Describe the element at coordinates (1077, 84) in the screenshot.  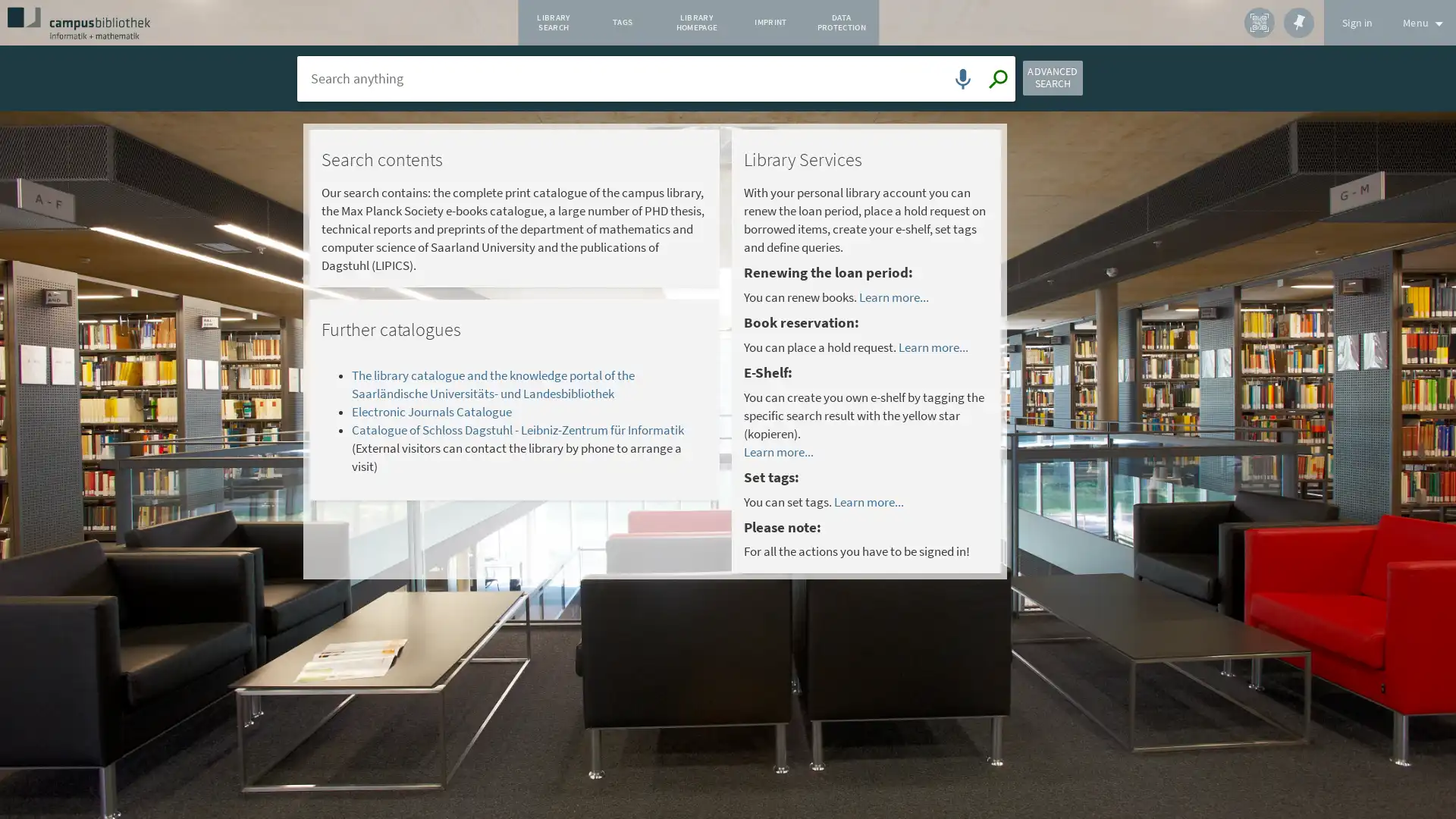
I see `Advanced Search` at that location.